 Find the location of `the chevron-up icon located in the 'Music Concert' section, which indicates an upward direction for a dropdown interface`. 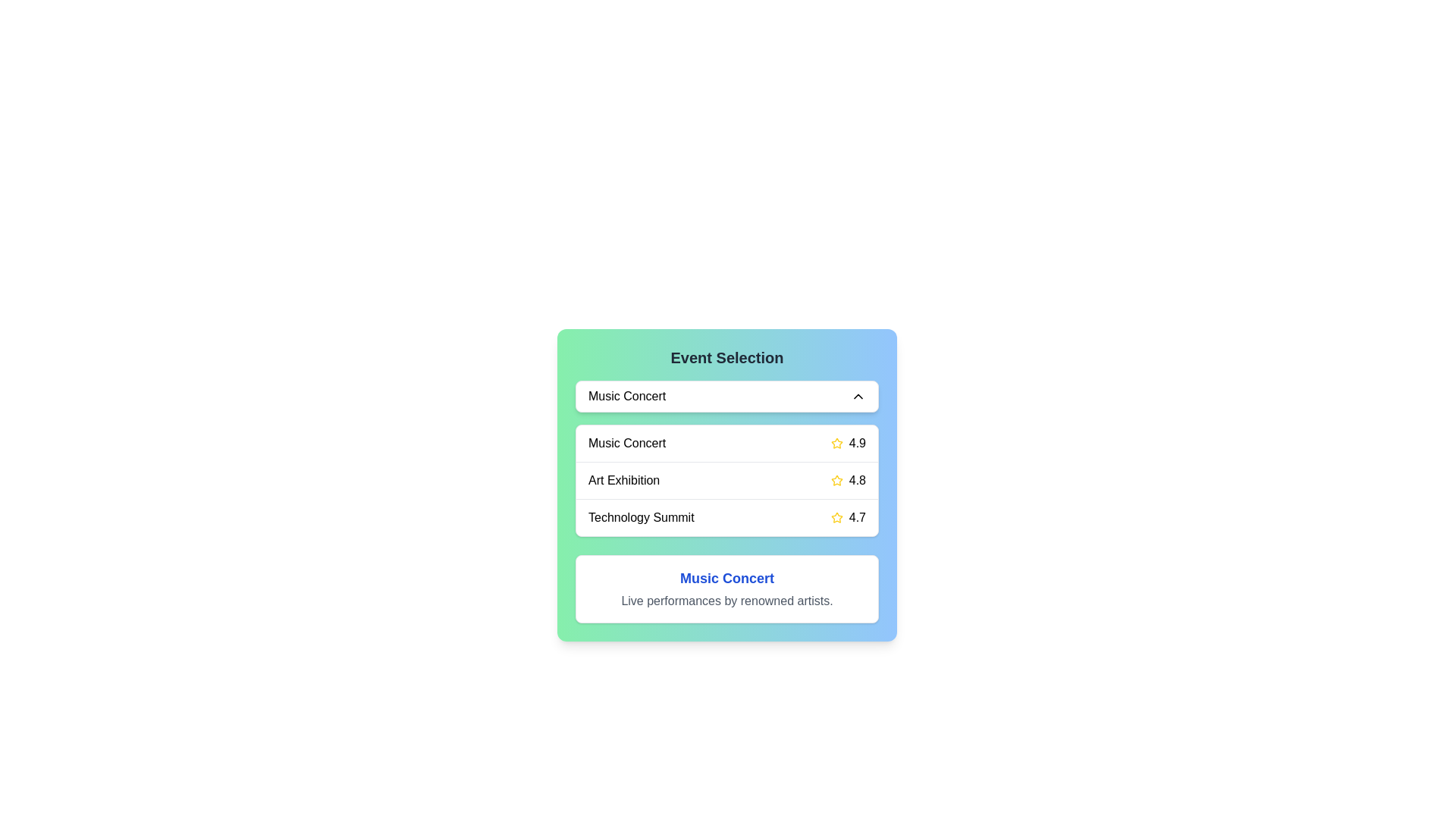

the chevron-up icon located in the 'Music Concert' section, which indicates an upward direction for a dropdown interface is located at coordinates (858, 396).